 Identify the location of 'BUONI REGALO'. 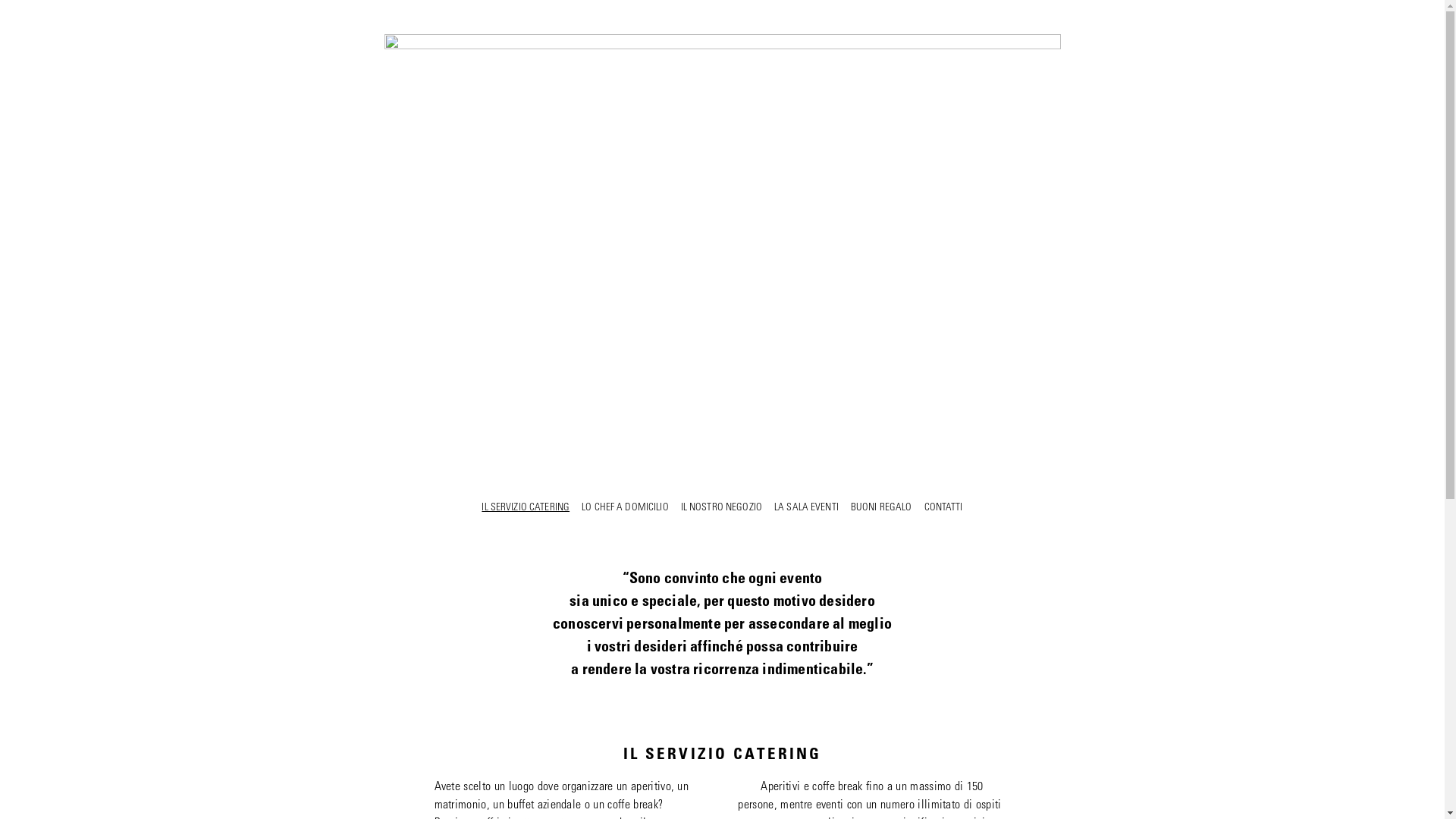
(881, 508).